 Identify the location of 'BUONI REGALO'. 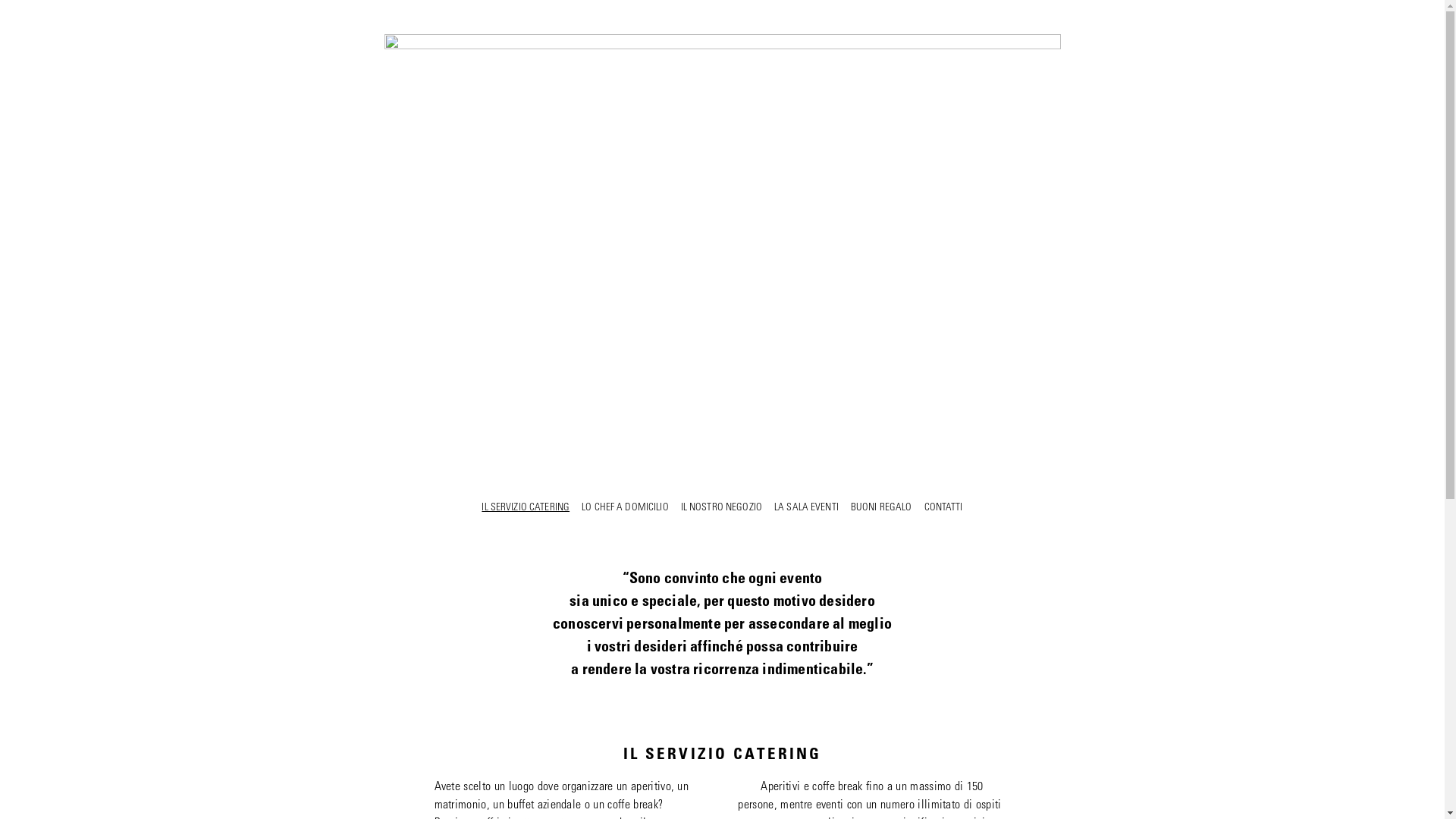
(881, 508).